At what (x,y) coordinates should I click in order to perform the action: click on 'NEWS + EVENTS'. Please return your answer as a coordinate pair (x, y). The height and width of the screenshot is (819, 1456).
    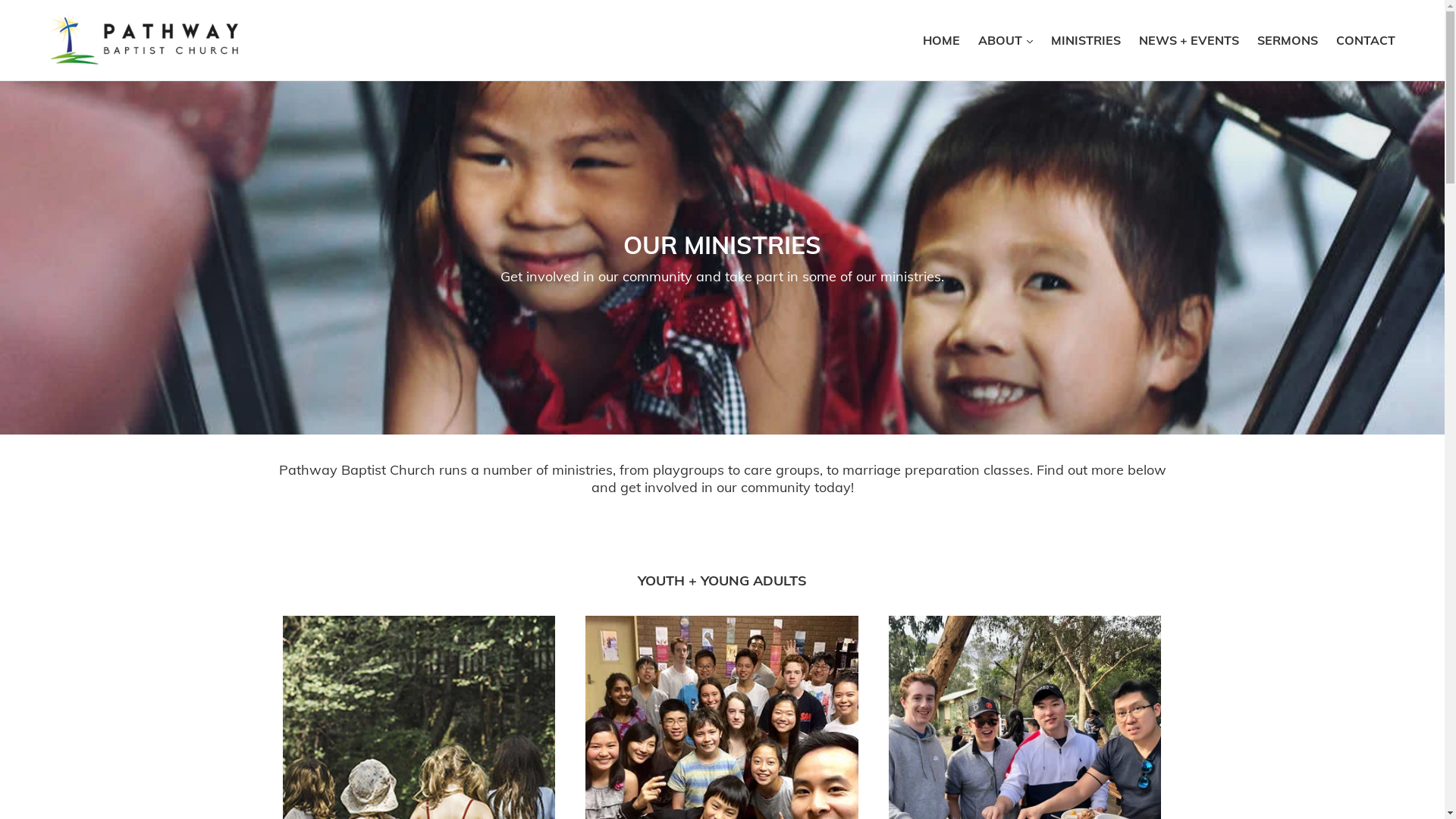
    Looking at the image, I should click on (1188, 39).